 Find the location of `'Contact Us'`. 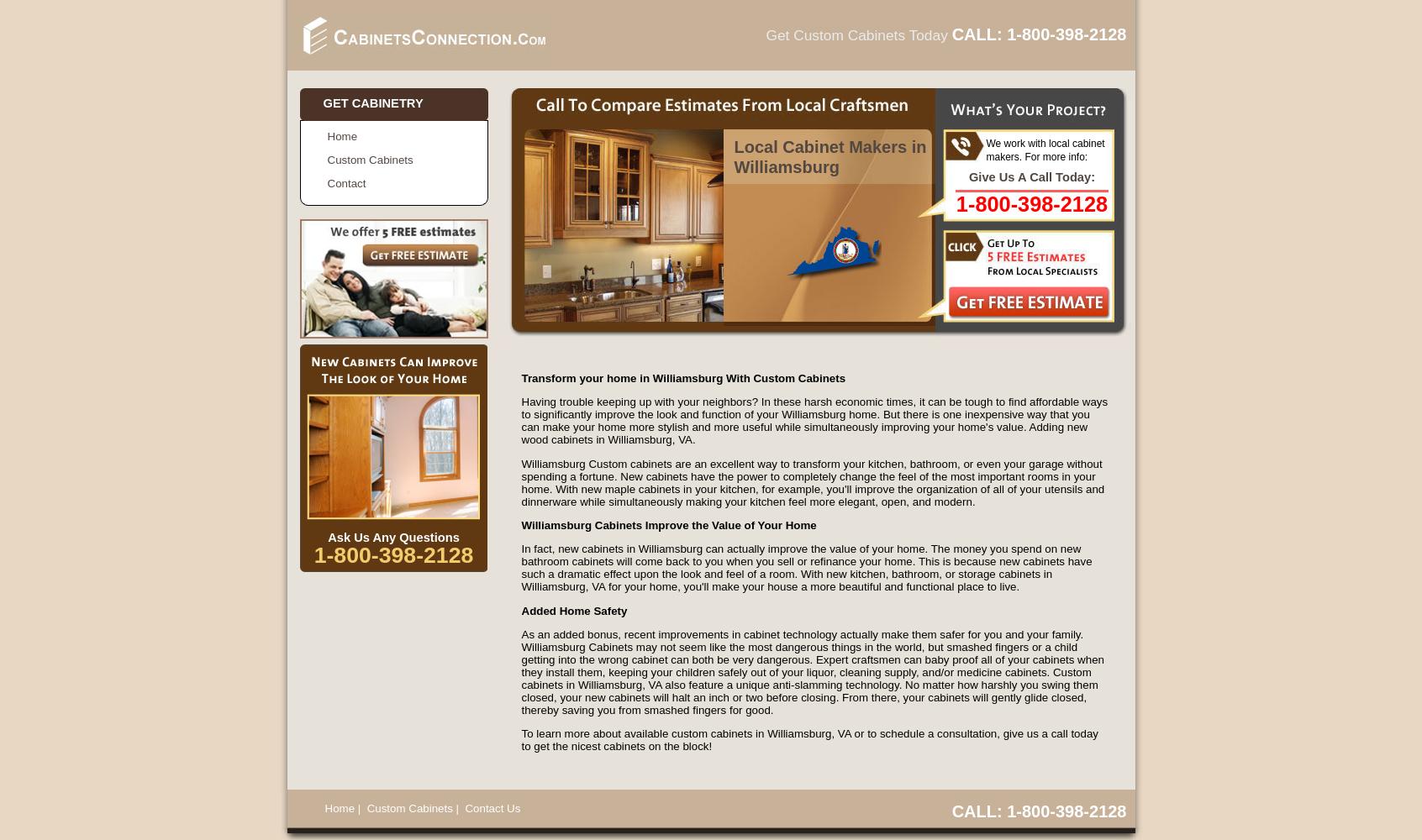

'Contact Us' is located at coordinates (491, 806).